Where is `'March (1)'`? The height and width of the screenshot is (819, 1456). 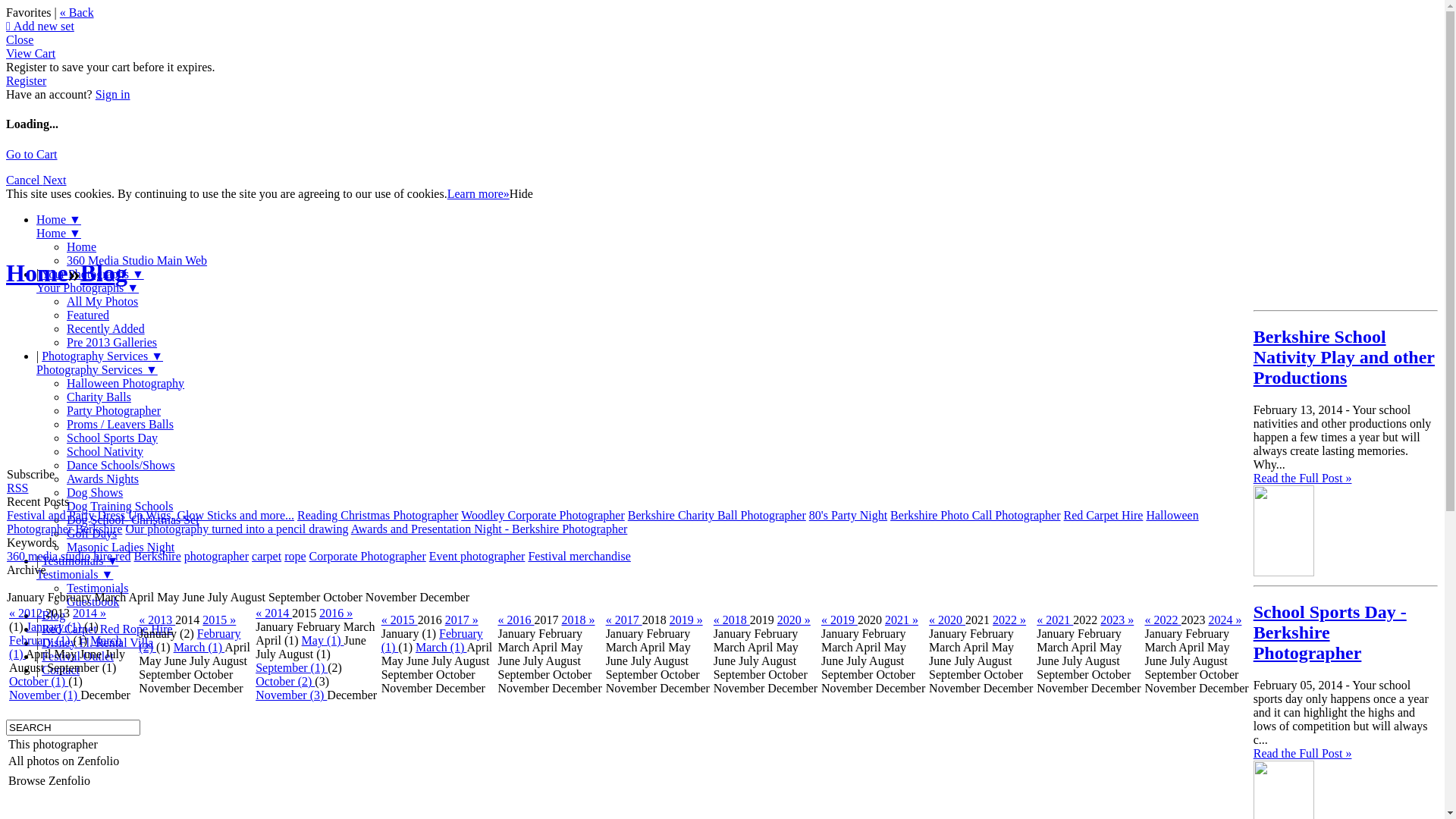 'March (1)' is located at coordinates (440, 647).